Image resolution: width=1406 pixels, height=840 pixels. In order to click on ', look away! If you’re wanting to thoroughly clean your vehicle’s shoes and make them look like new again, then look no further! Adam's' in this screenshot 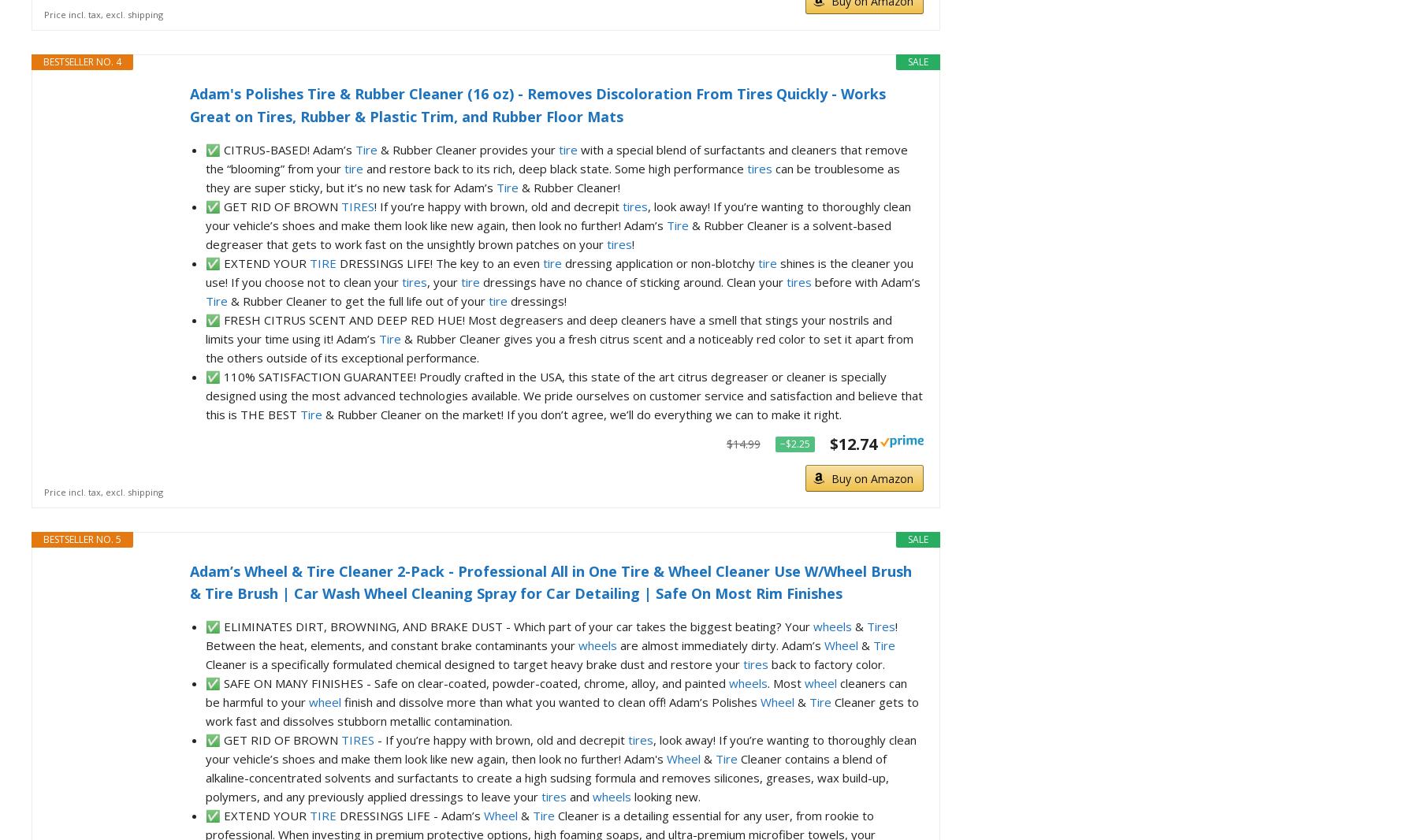, I will do `click(560, 749)`.